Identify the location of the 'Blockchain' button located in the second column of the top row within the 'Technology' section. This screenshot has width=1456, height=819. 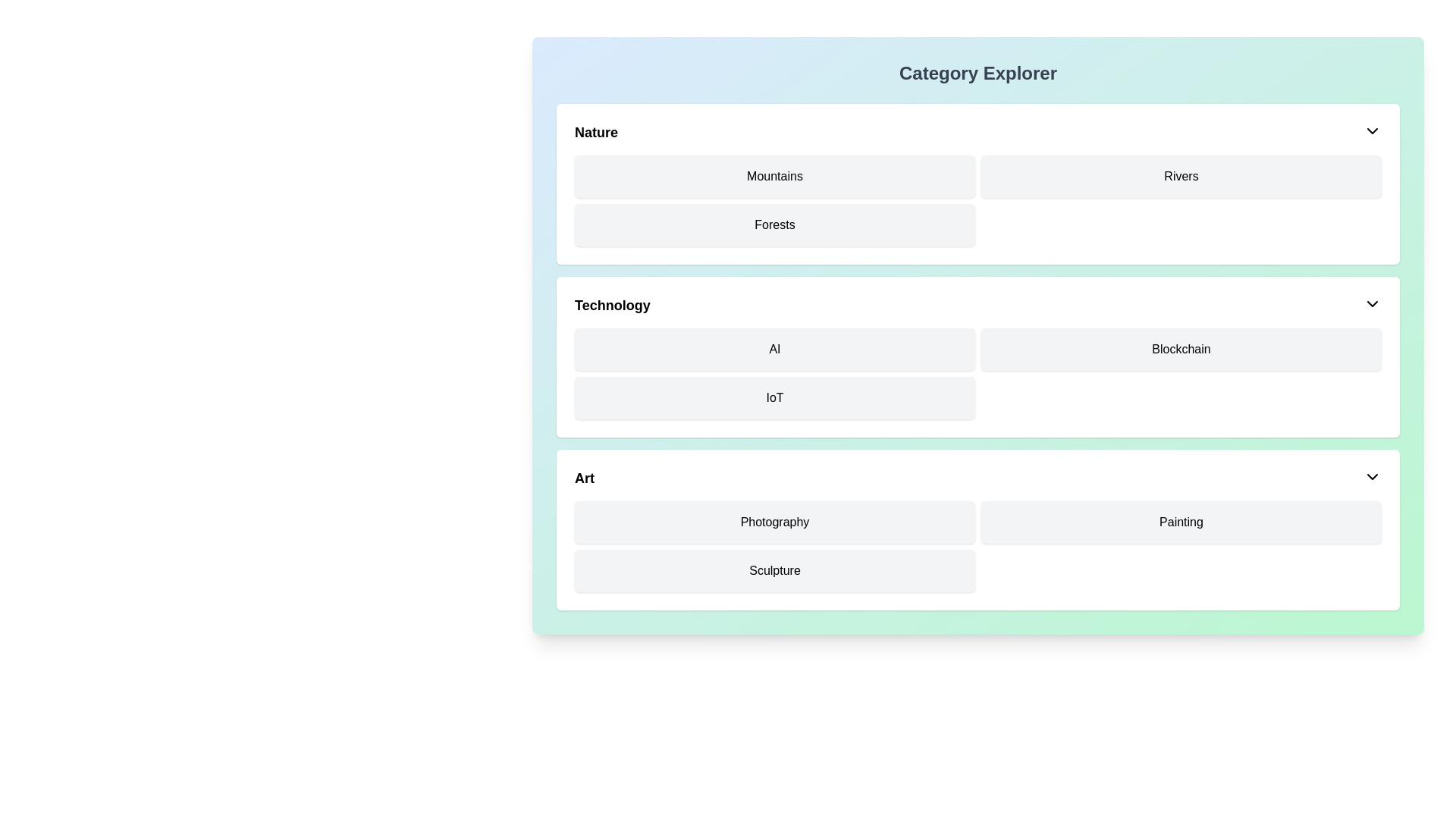
(1181, 350).